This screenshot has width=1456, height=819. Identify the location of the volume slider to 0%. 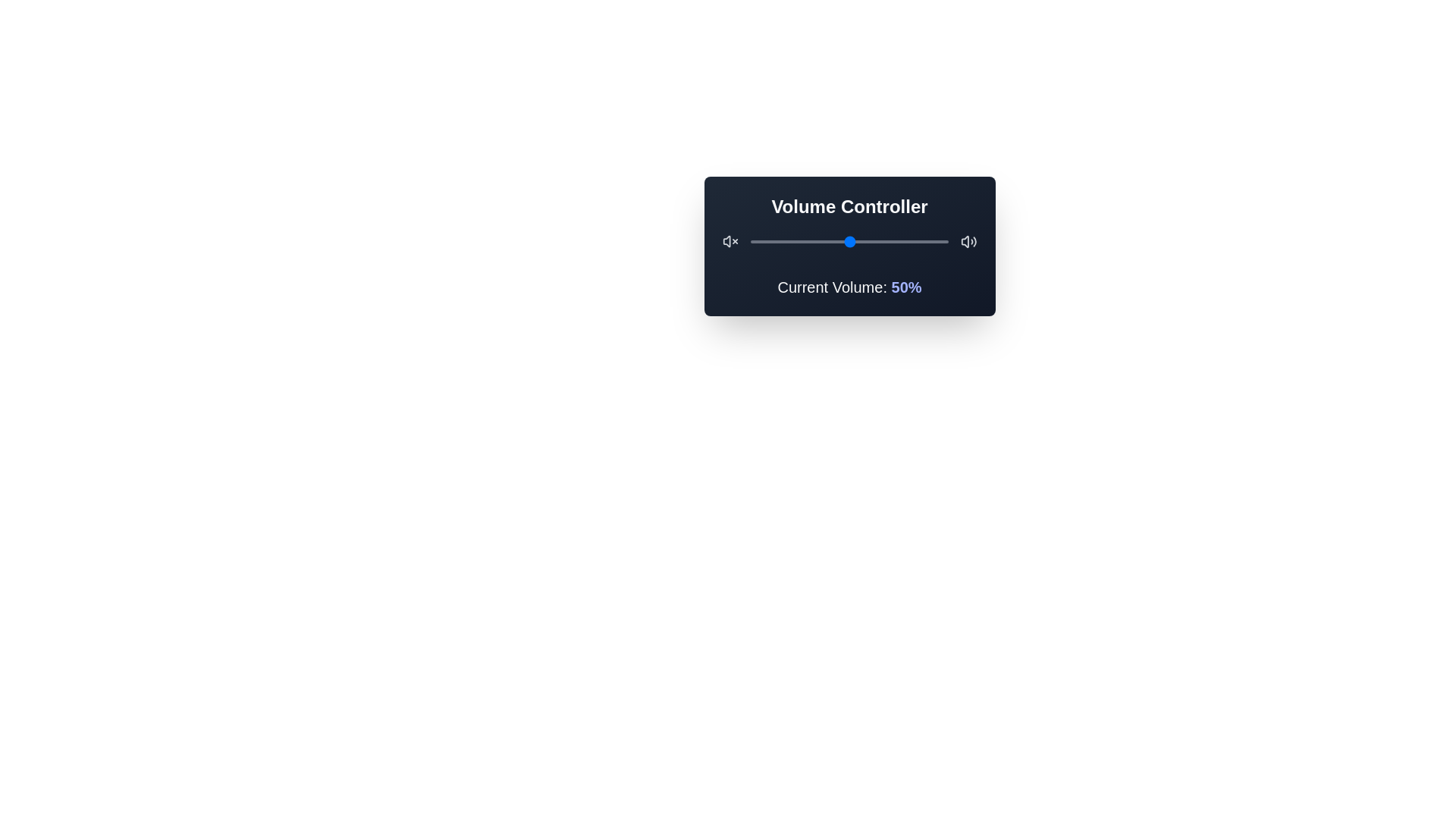
(751, 241).